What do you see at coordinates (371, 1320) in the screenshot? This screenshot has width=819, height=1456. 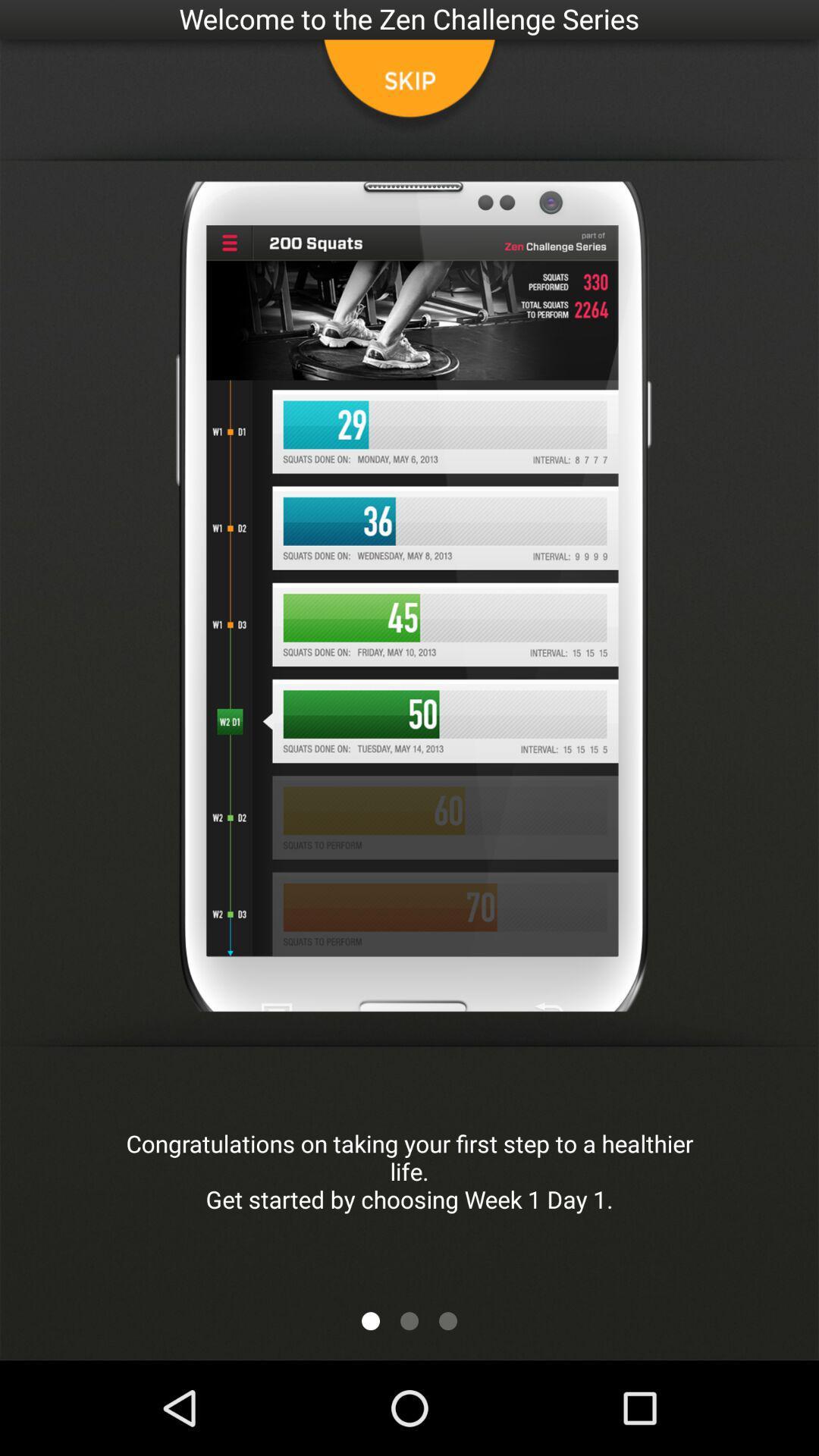 I see `app below congratulations on taking app` at bounding box center [371, 1320].